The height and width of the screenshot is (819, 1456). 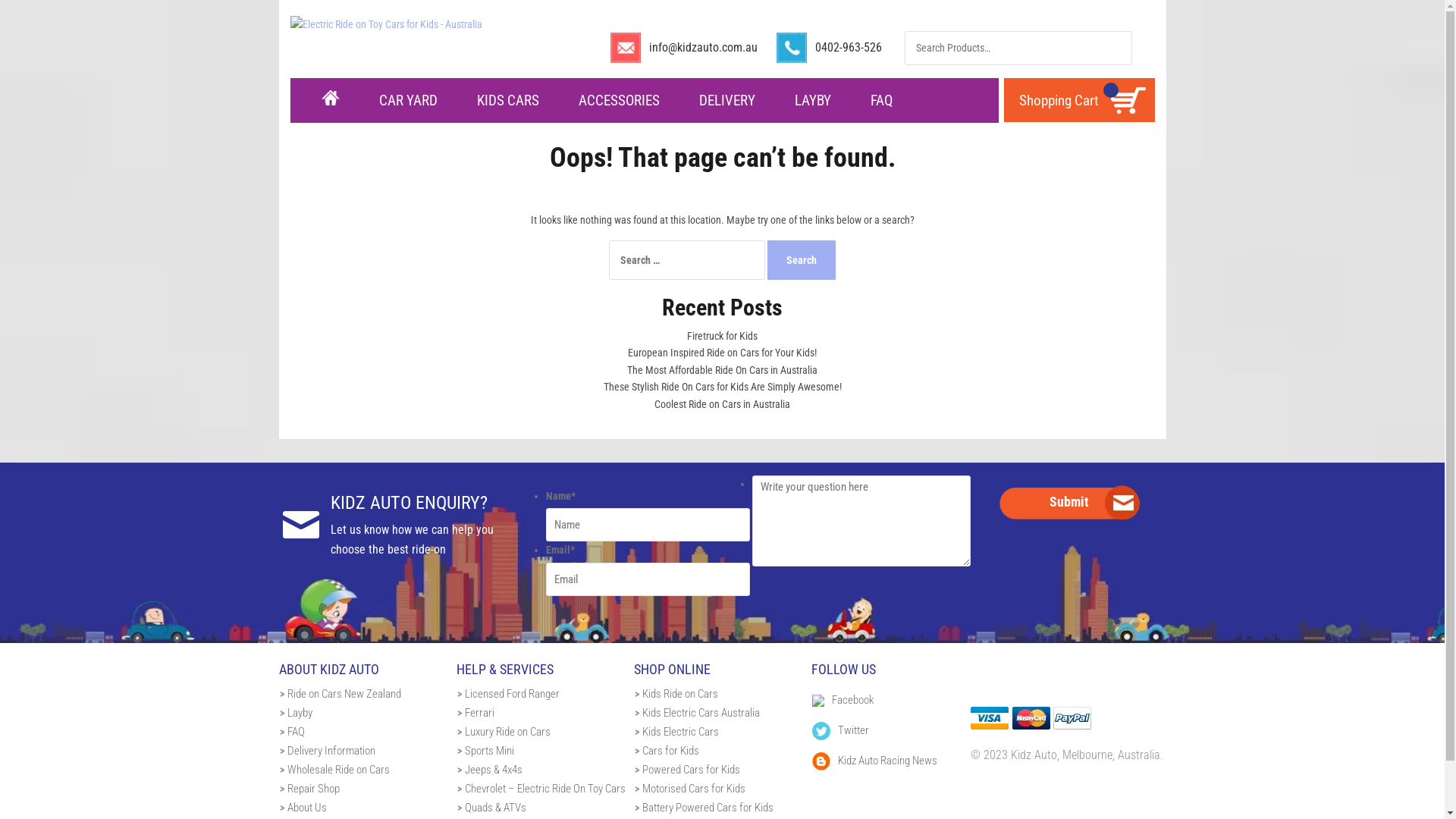 What do you see at coordinates (874, 760) in the screenshot?
I see `'Kidz Auto Racing News'` at bounding box center [874, 760].